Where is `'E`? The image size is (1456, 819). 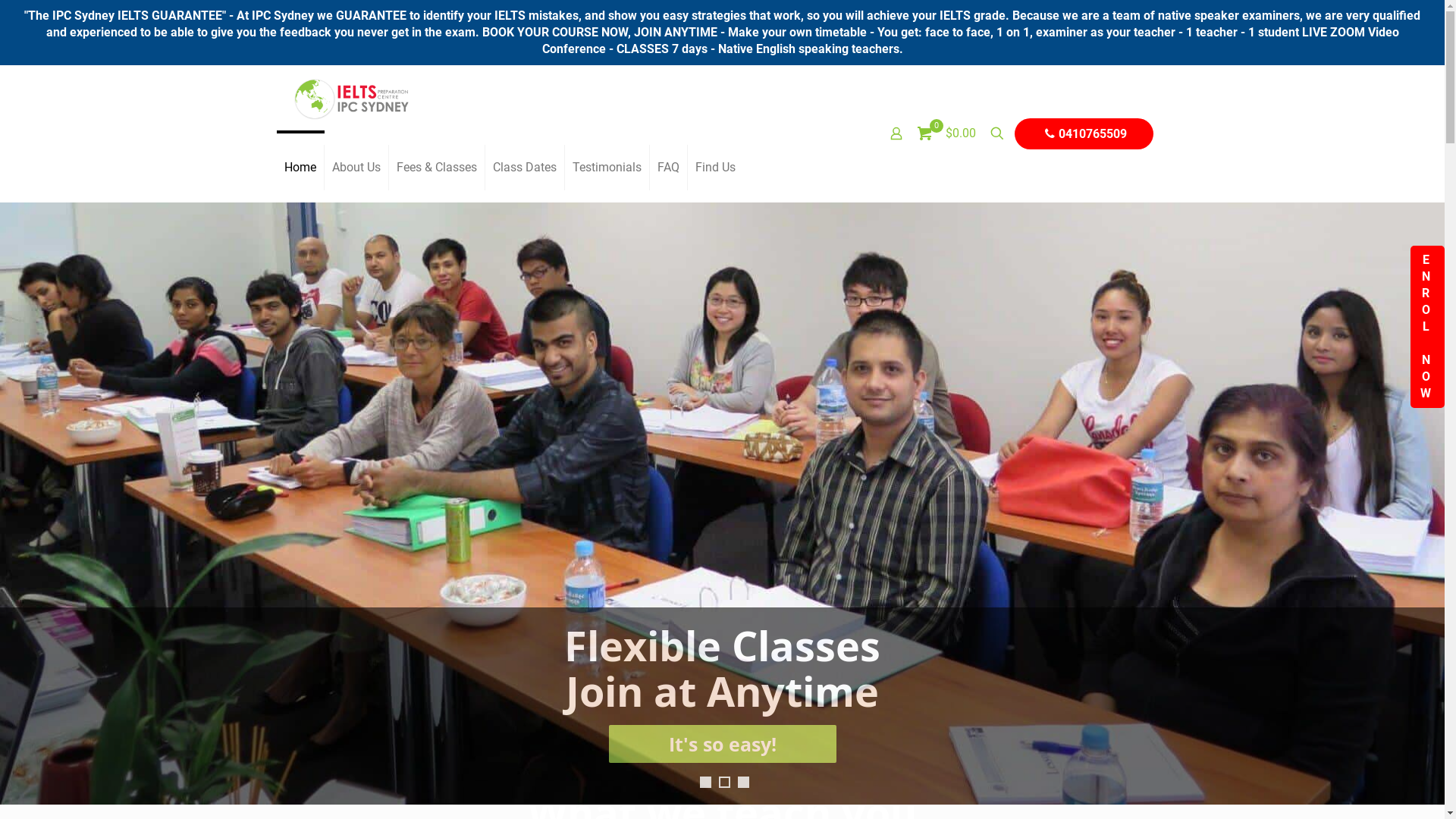
'E is located at coordinates (1410, 326).